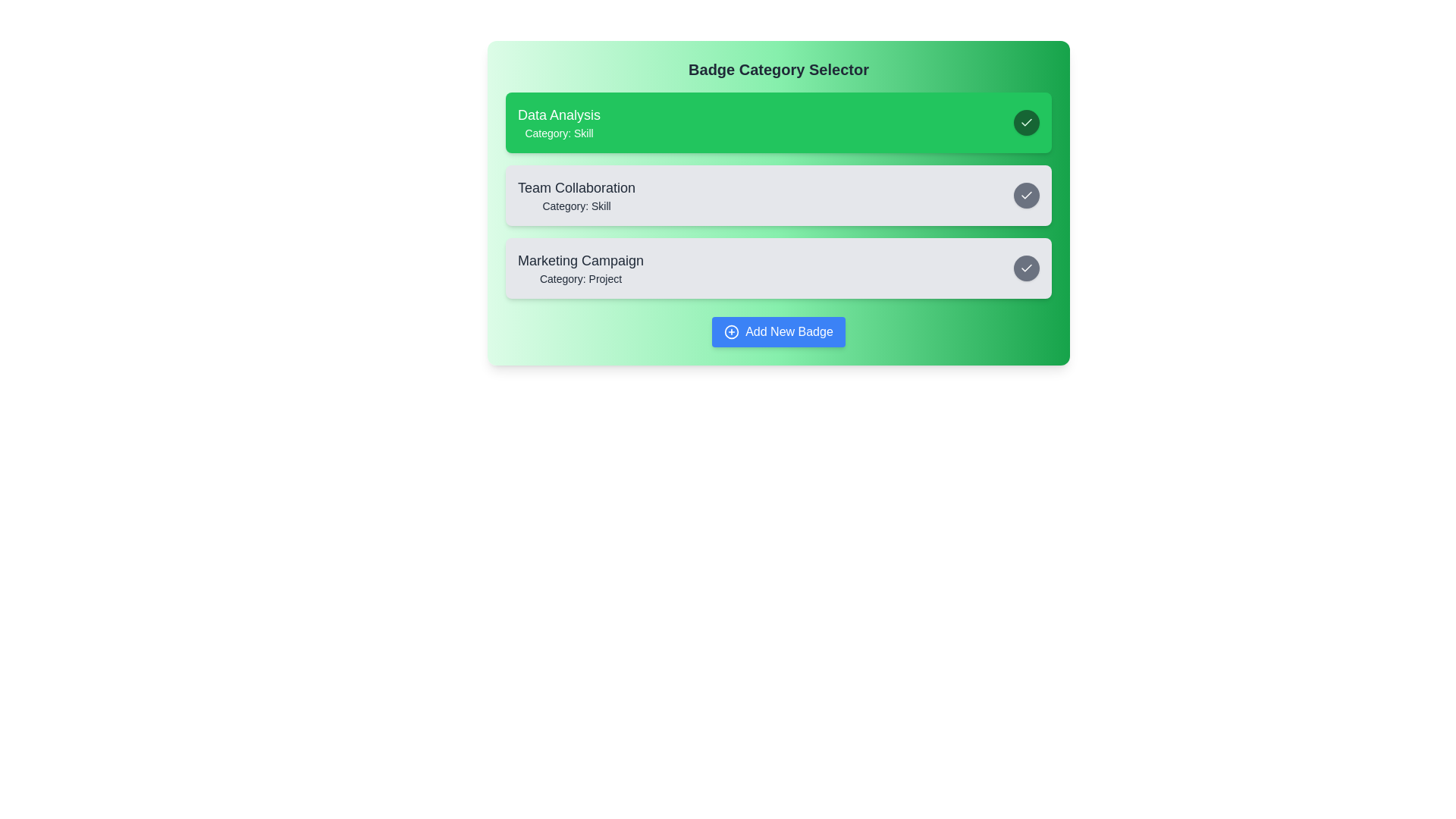 Image resolution: width=1456 pixels, height=819 pixels. What do you see at coordinates (1026, 122) in the screenshot?
I see `the badge by clicking on the check icon associated with the badge labeled 'Data Analysis'` at bounding box center [1026, 122].